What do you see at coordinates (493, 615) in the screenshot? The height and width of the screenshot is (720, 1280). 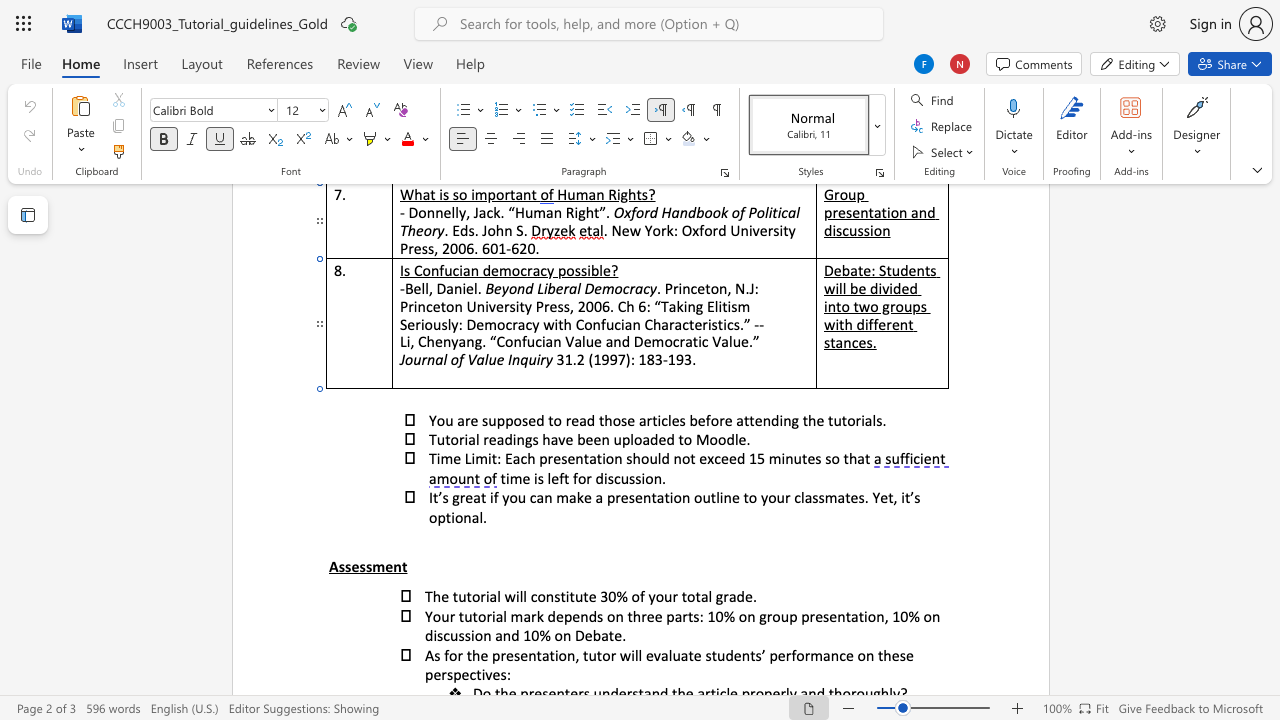 I see `the 1th character "i" in the text` at bounding box center [493, 615].